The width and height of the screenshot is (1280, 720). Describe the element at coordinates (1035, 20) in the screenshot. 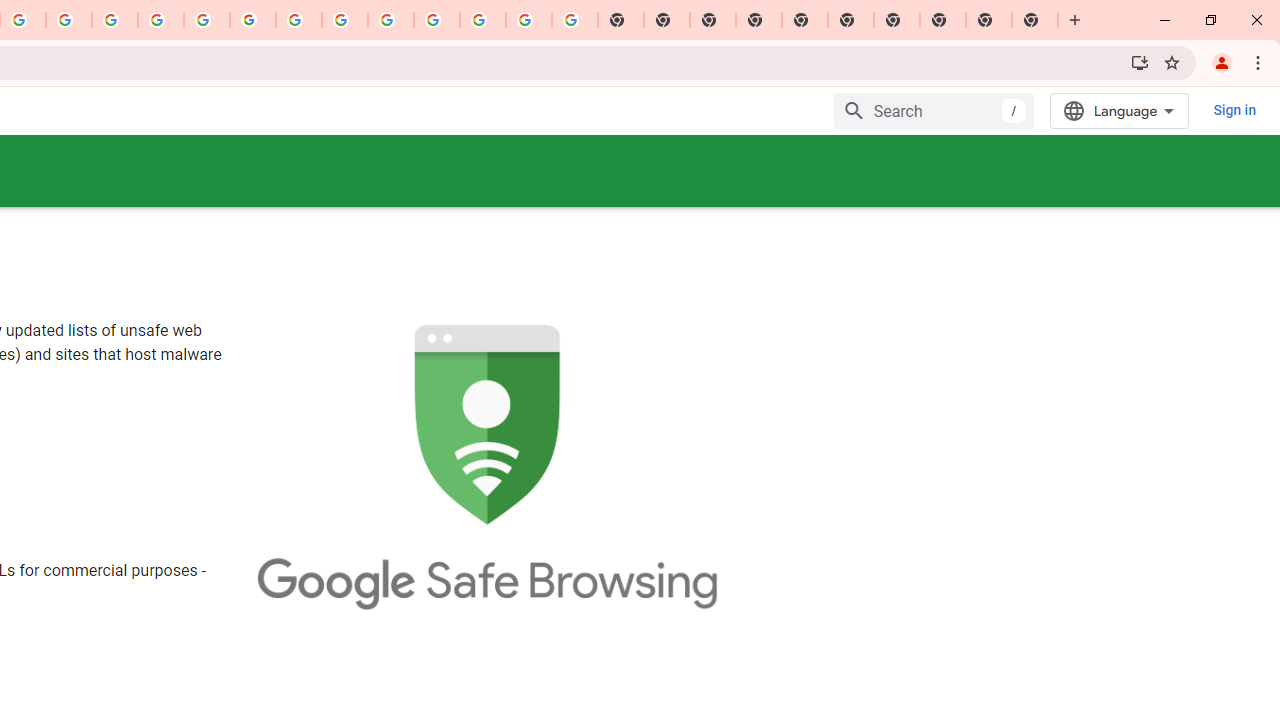

I see `'New Tab'` at that location.